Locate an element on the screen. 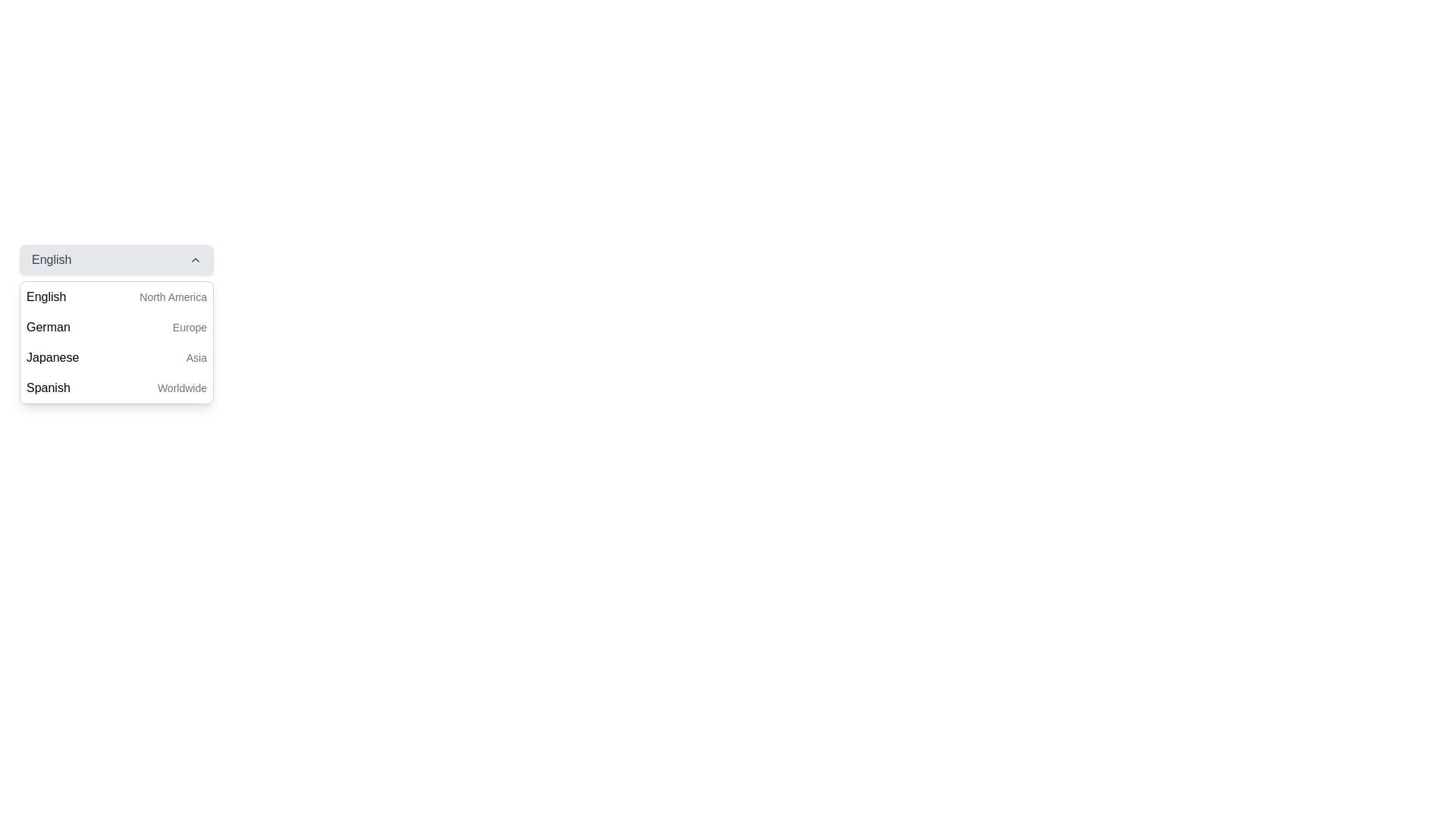 Image resolution: width=1456 pixels, height=819 pixels. the text option for selecting the Japanese language within the dropdown menu, which is the third item in the list, positioned above the Spanish option and below the German option is located at coordinates (52, 357).